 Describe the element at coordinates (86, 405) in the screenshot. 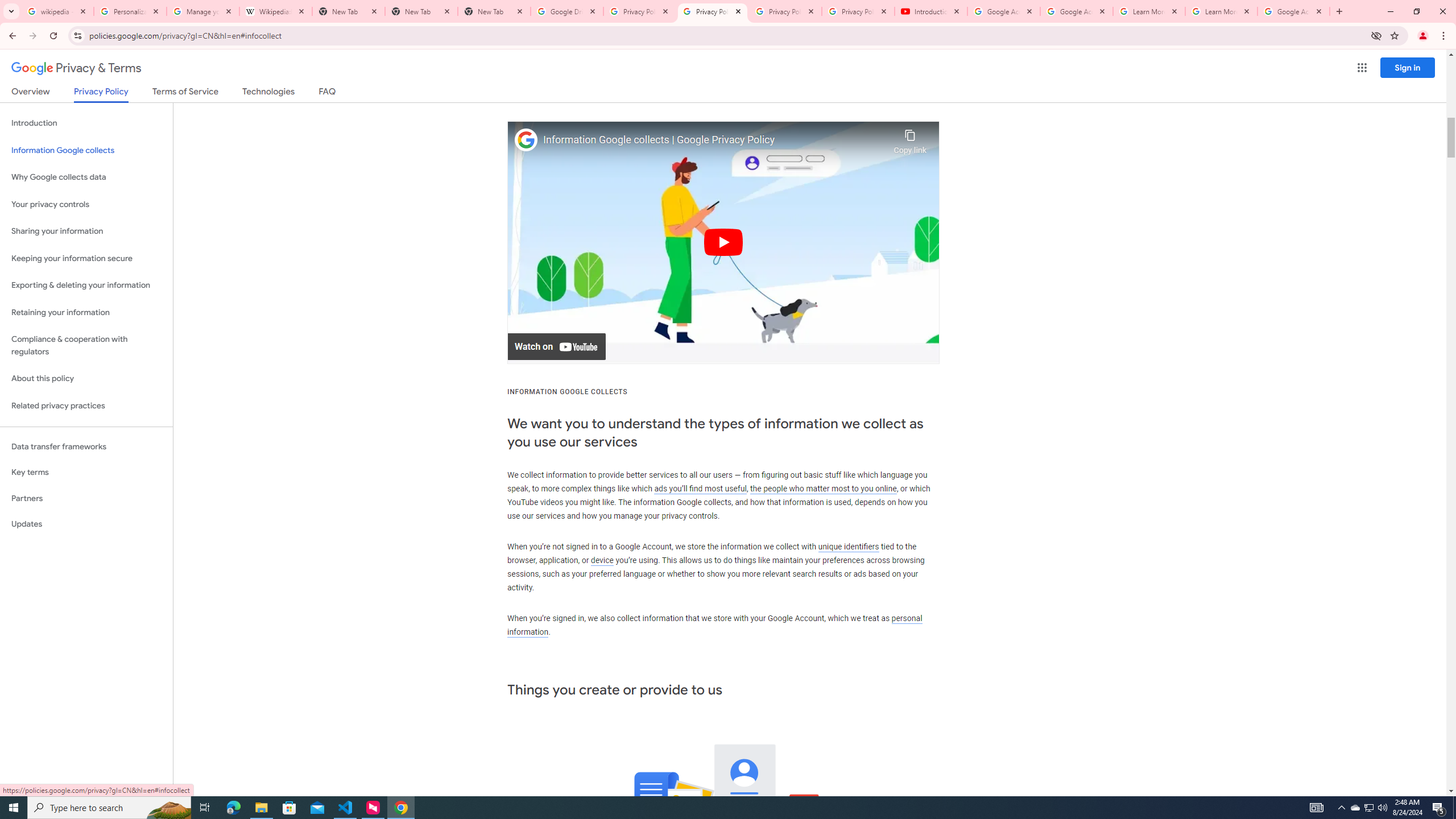

I see `'Related privacy practices'` at that location.